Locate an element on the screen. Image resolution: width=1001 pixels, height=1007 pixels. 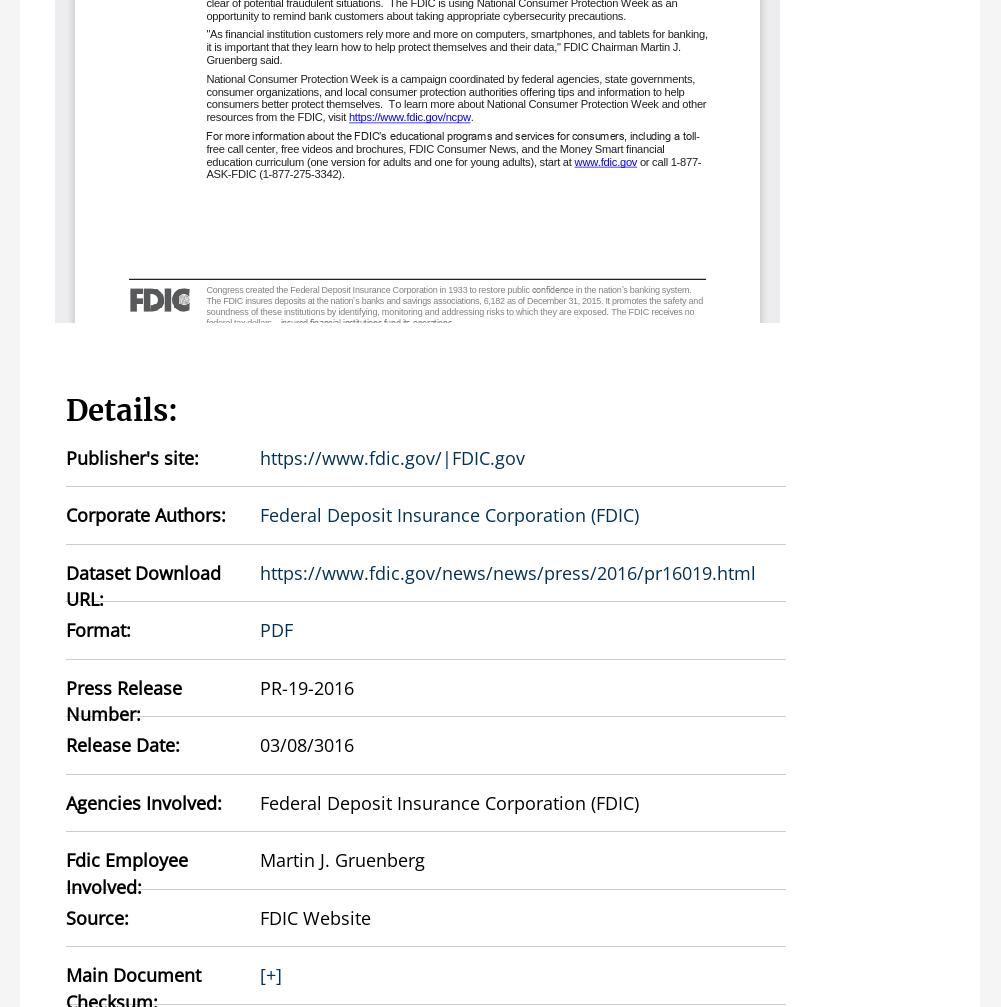
'Martin J. Gruenberg' is located at coordinates (342, 858).